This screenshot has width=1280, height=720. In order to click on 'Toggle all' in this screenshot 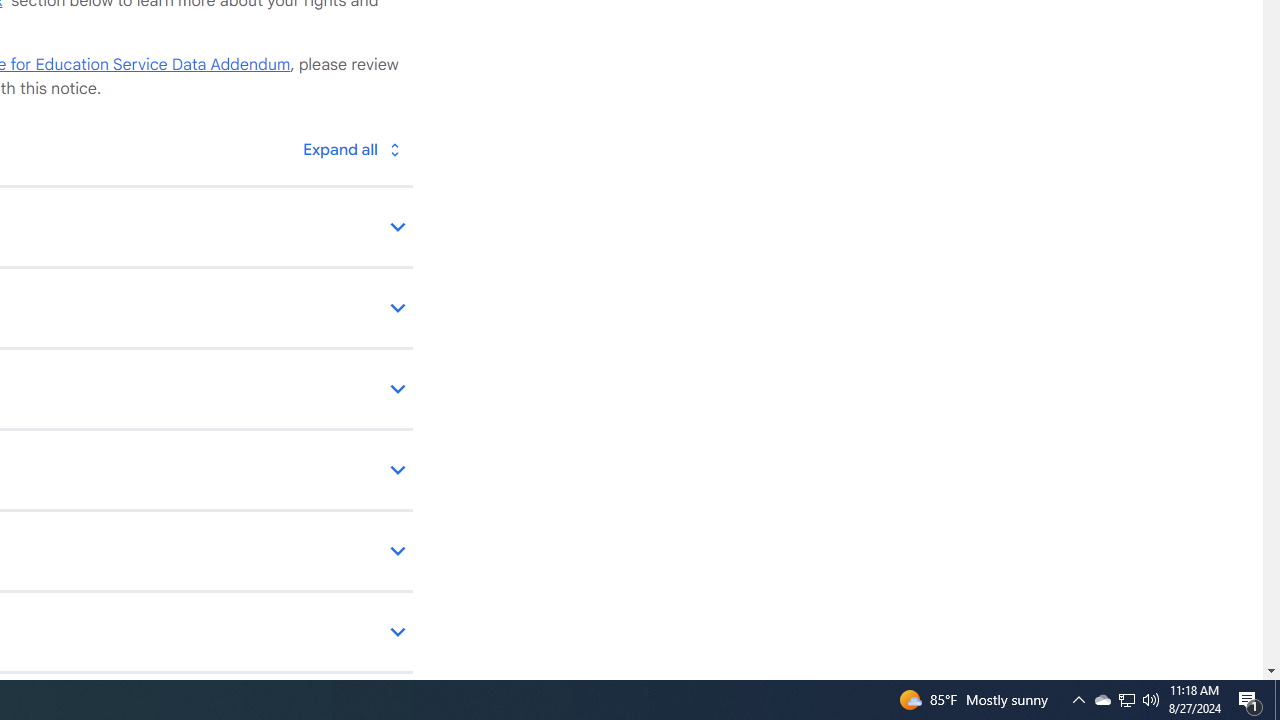, I will do `click(351, 148)`.